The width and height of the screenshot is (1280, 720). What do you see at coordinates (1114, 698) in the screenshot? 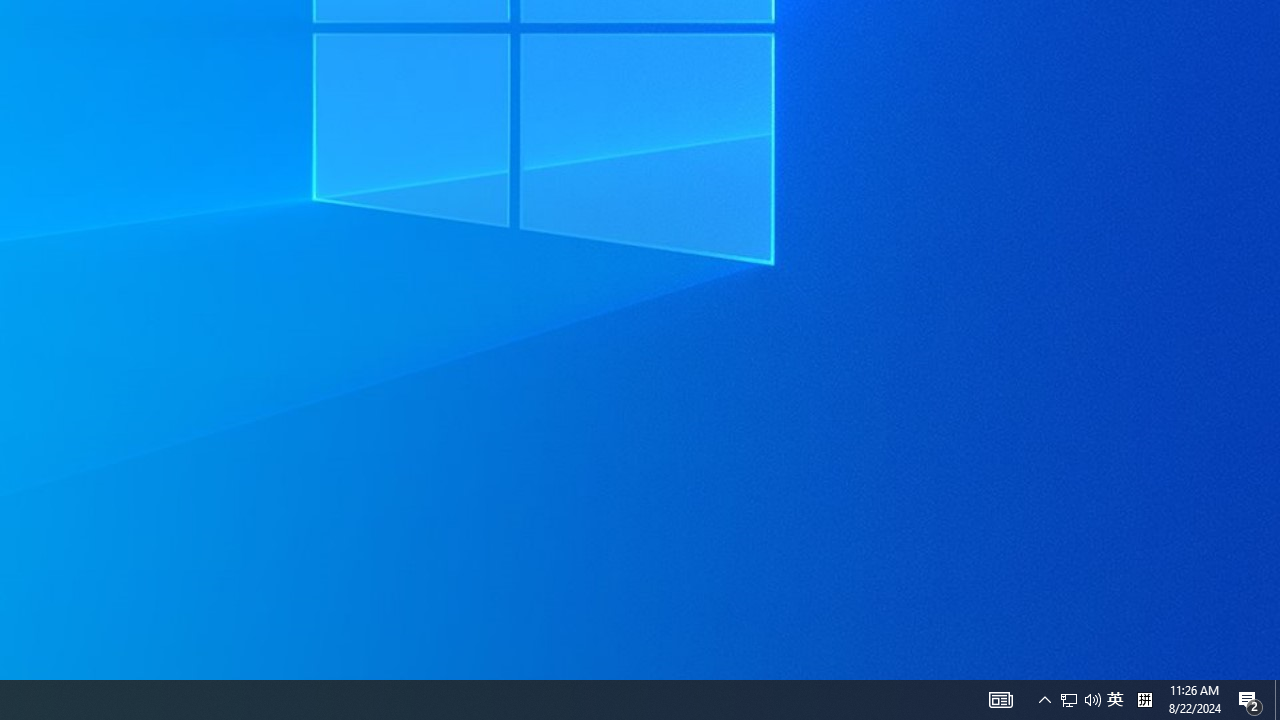
I see `'Tray Input Indicator - Chinese (Simplified, China)'` at bounding box center [1114, 698].